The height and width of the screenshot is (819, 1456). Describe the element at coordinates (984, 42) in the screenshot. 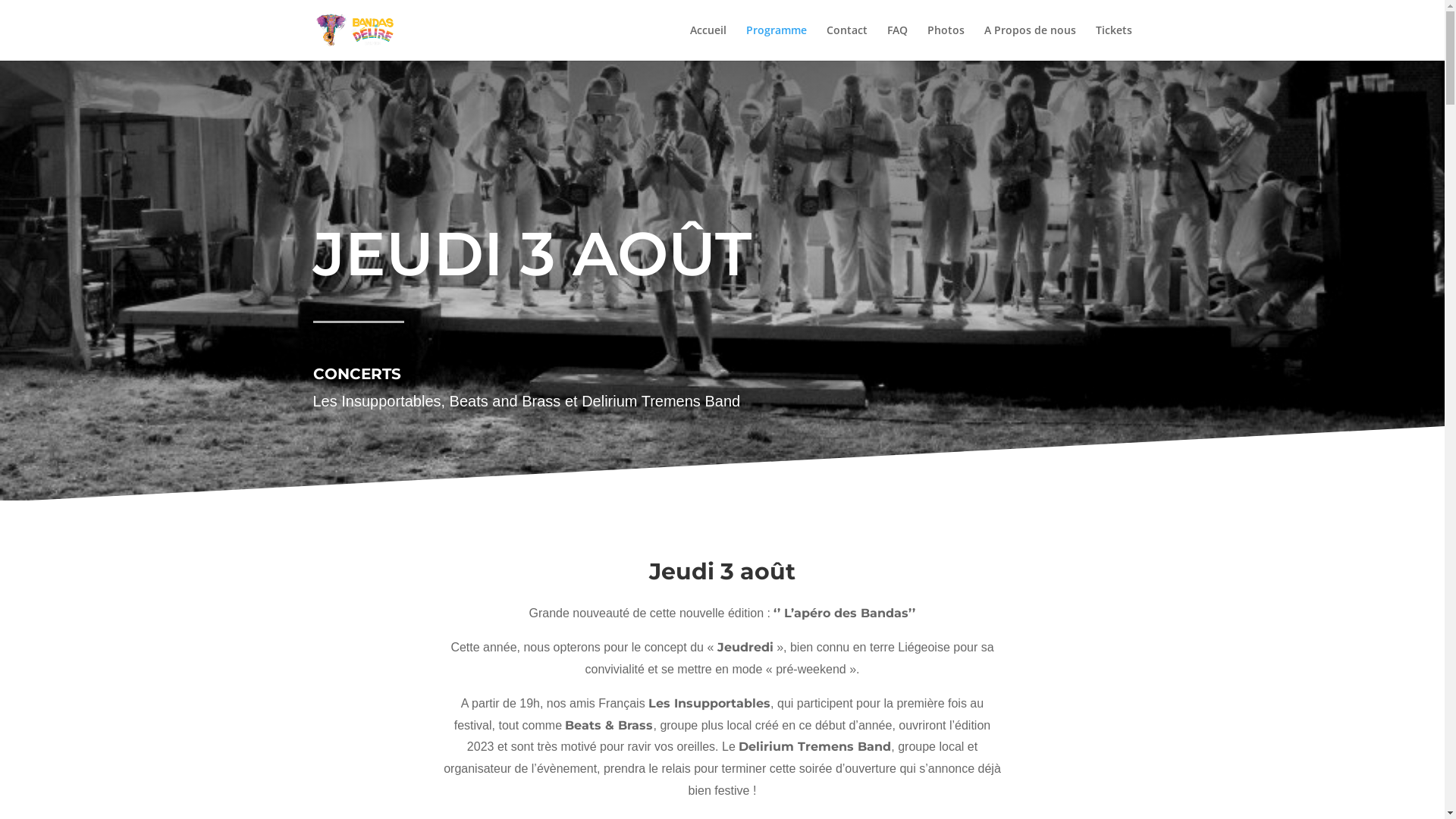

I see `'A Propos de nous'` at that location.